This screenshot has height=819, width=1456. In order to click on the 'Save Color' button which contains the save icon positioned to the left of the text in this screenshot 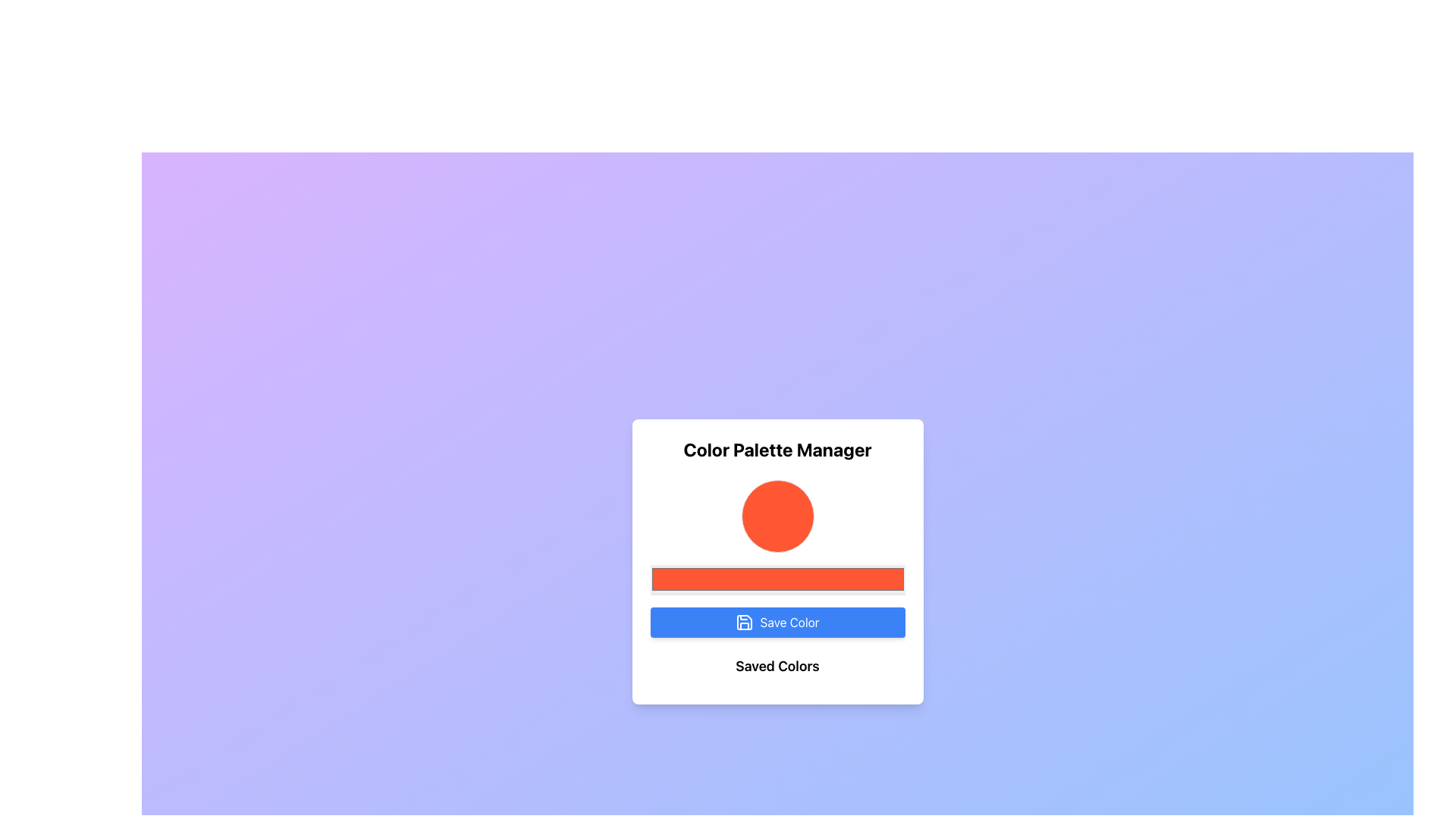, I will do `click(745, 623)`.